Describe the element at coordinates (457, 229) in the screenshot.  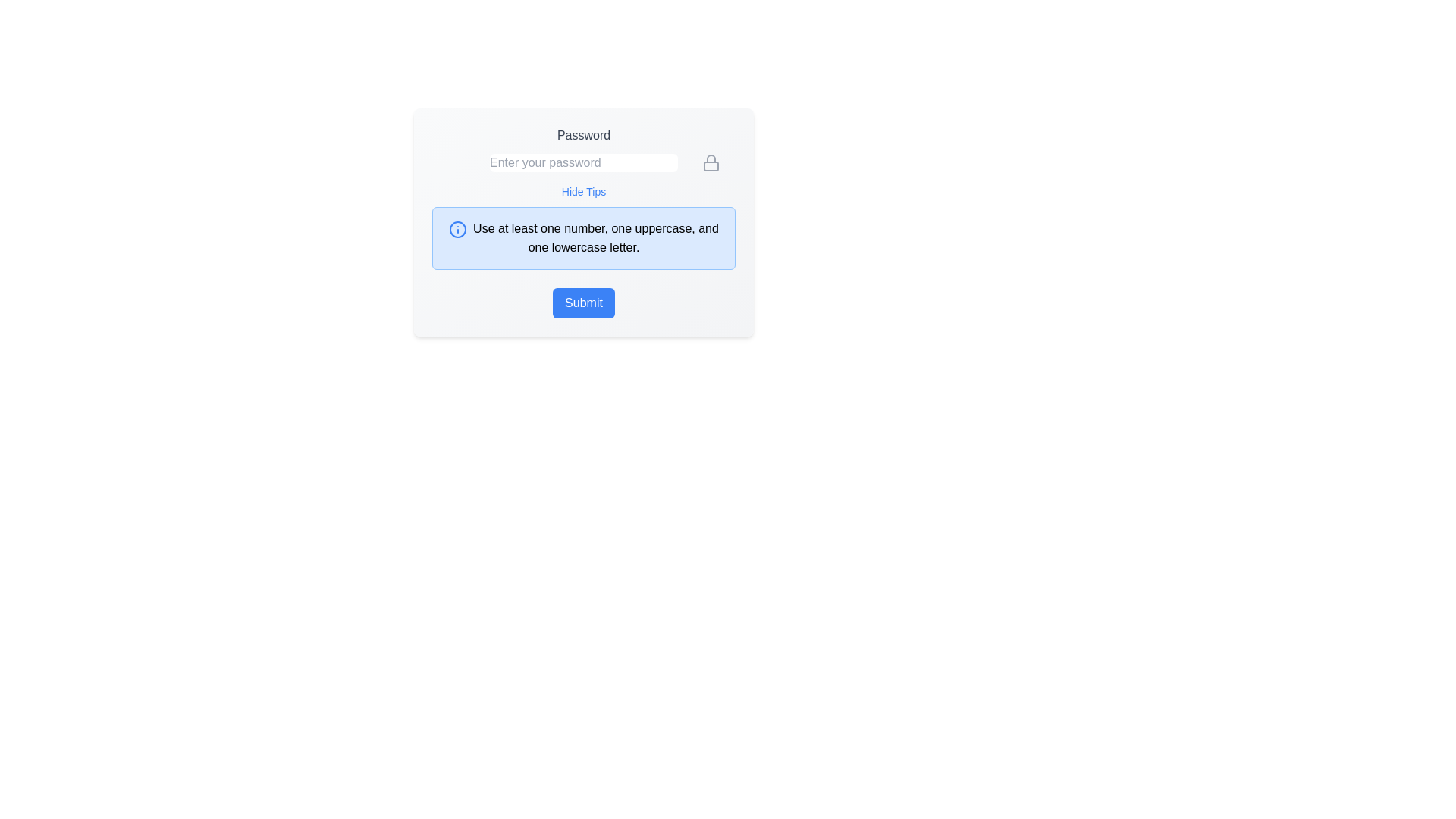
I see `the circular icon with a blue outline located to the left of the tooltip message displaying password requirements` at that location.